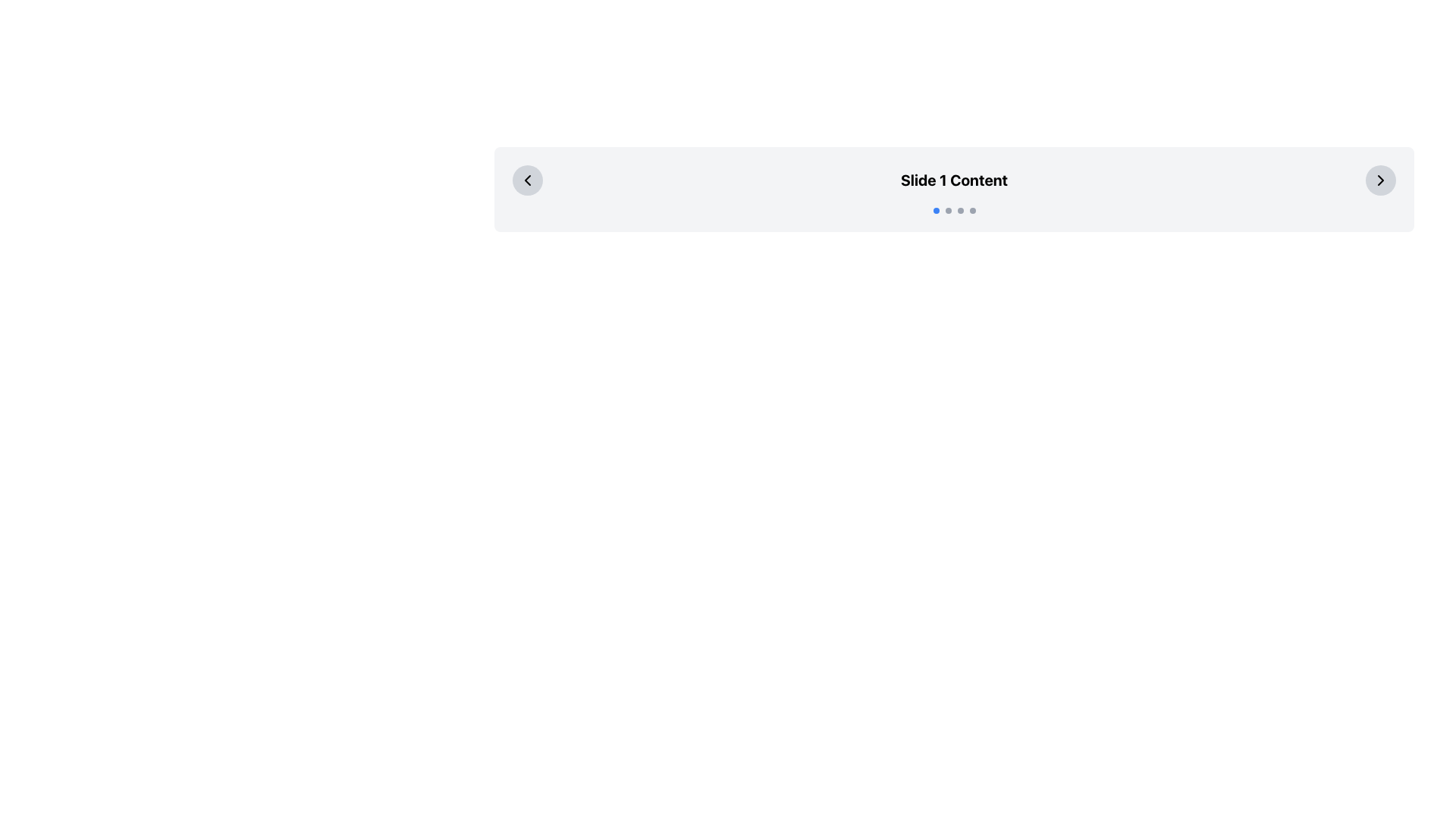 The image size is (1456, 819). I want to click on the forward navigation button located at the far-right corner of the navigation bar, so click(1380, 180).